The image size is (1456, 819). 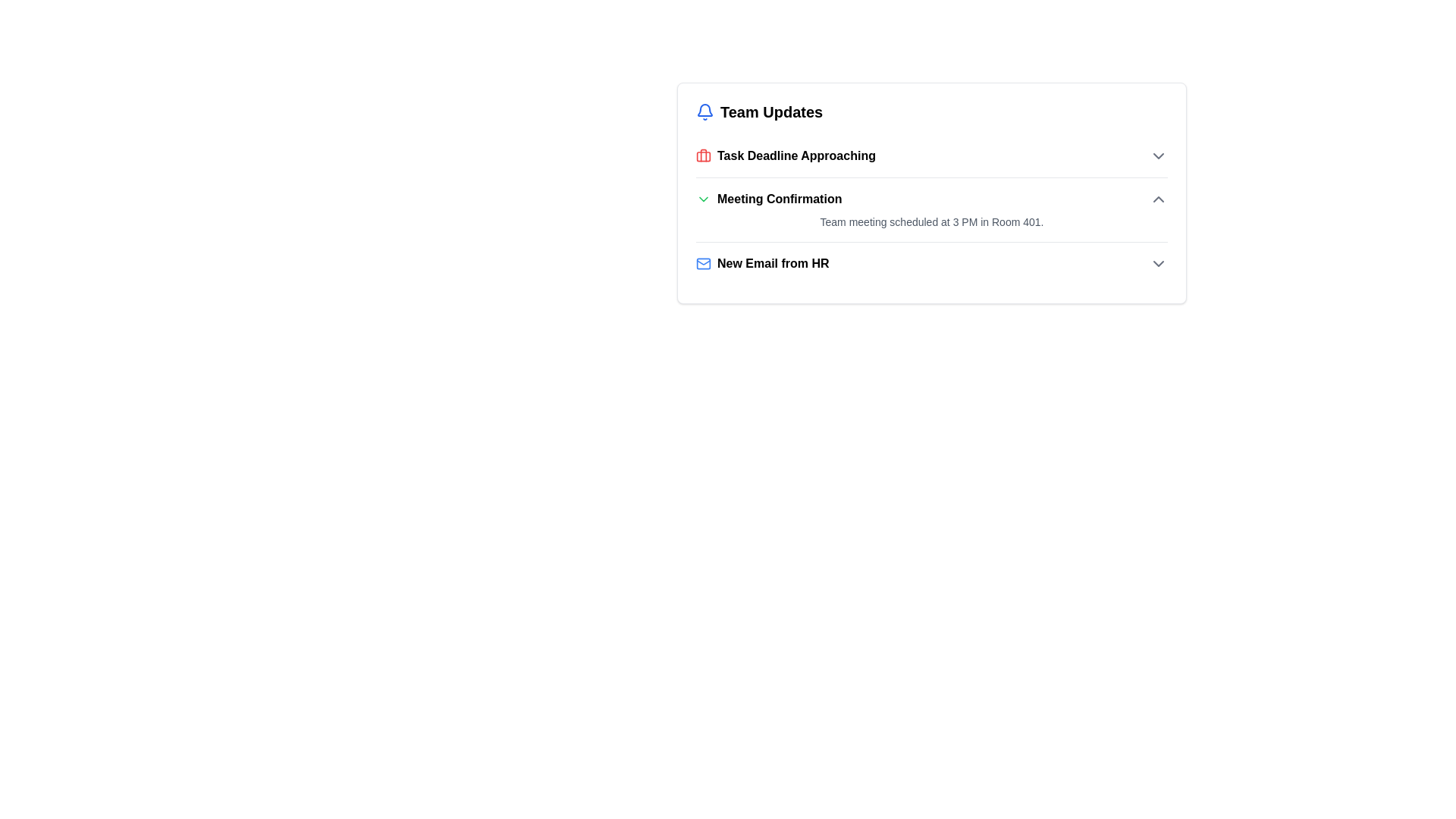 I want to click on the downward-pointing chevron button styled in gray tones, located on the far right side of the 'New Email from HR' section, so click(x=1157, y=262).